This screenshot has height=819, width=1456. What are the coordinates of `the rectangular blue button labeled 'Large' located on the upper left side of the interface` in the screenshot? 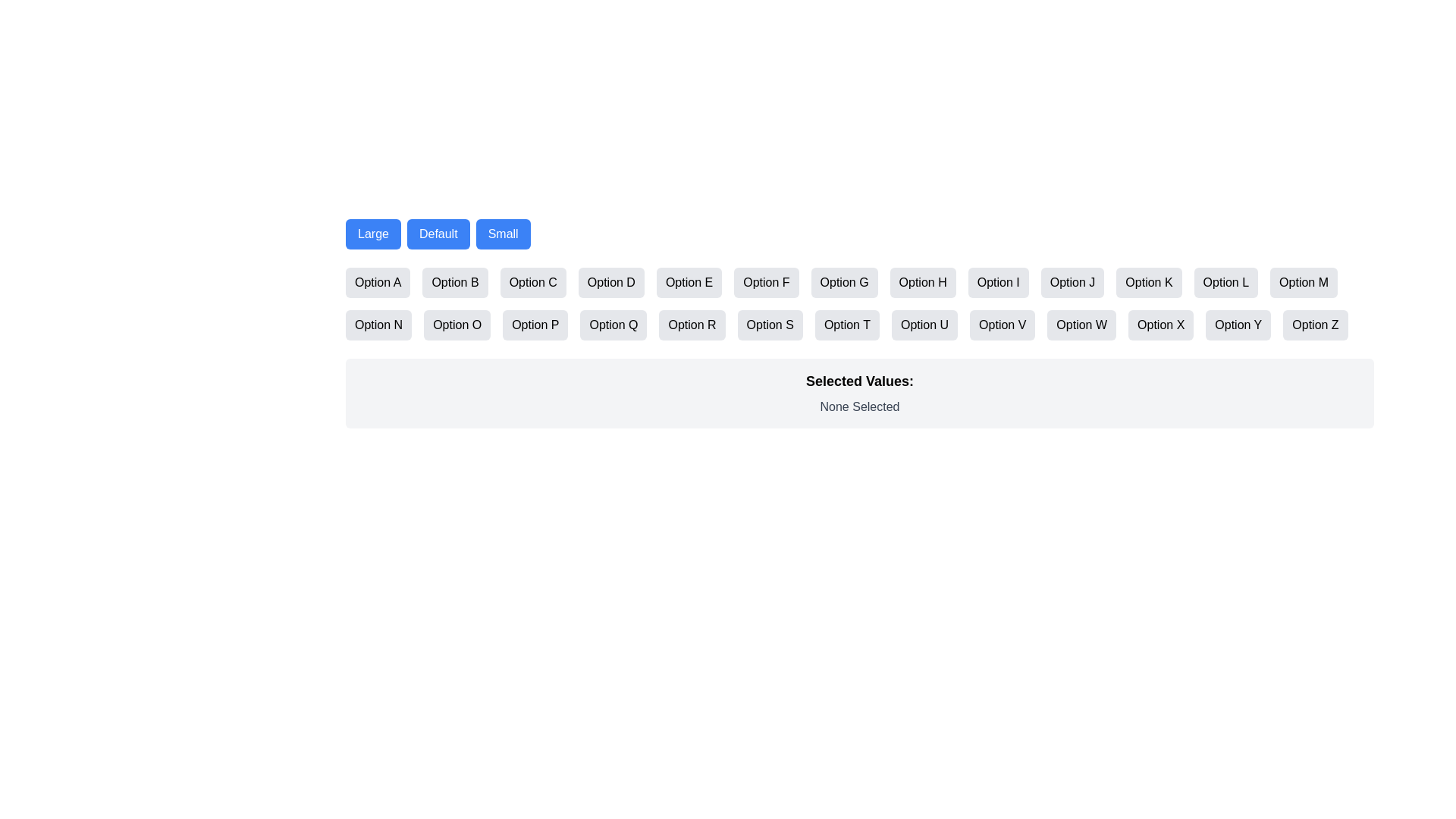 It's located at (373, 234).